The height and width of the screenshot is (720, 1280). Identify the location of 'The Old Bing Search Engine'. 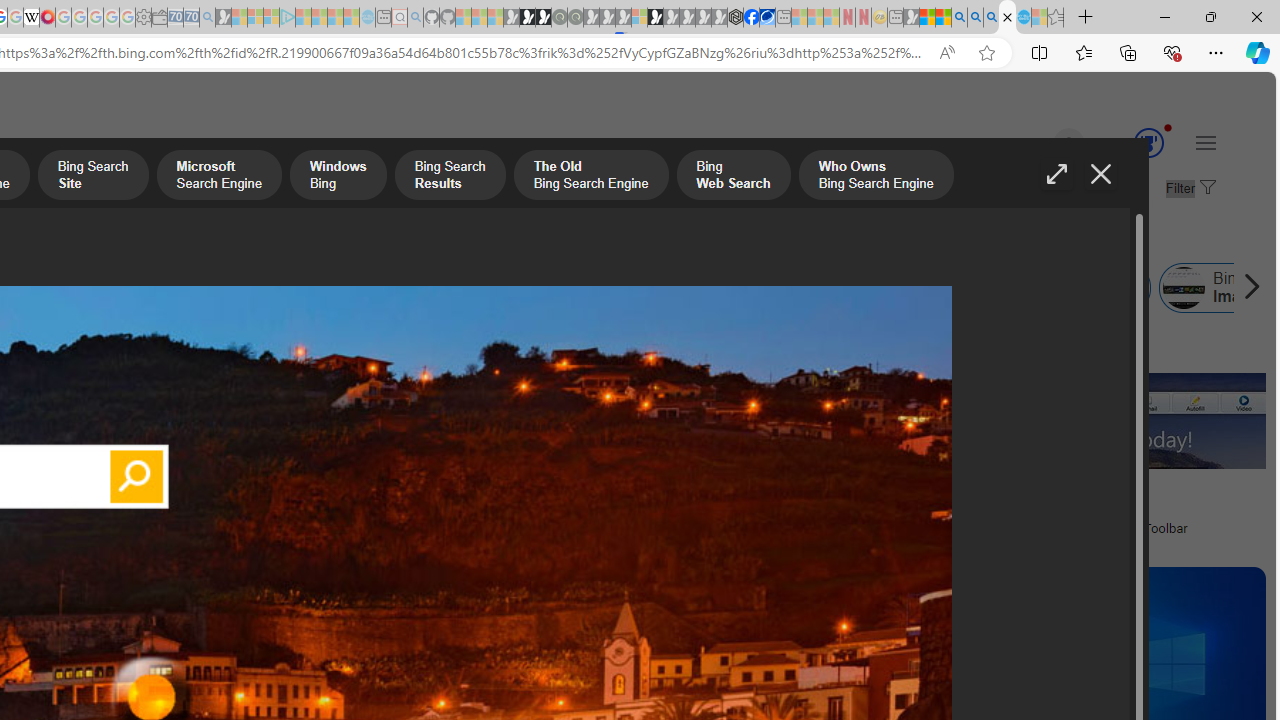
(590, 176).